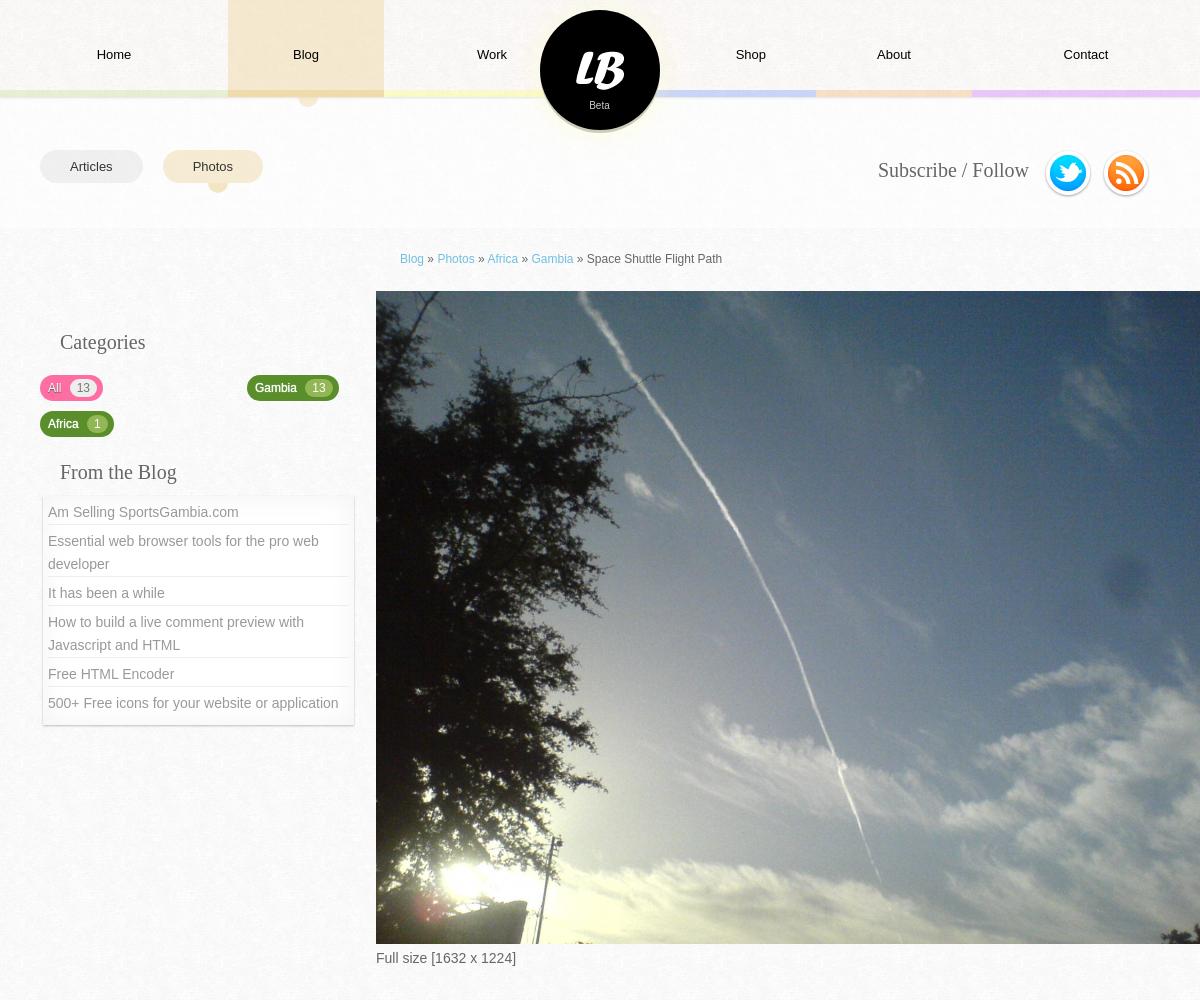 This screenshot has width=1200, height=1000. I want to click on 'Categories', so click(102, 341).